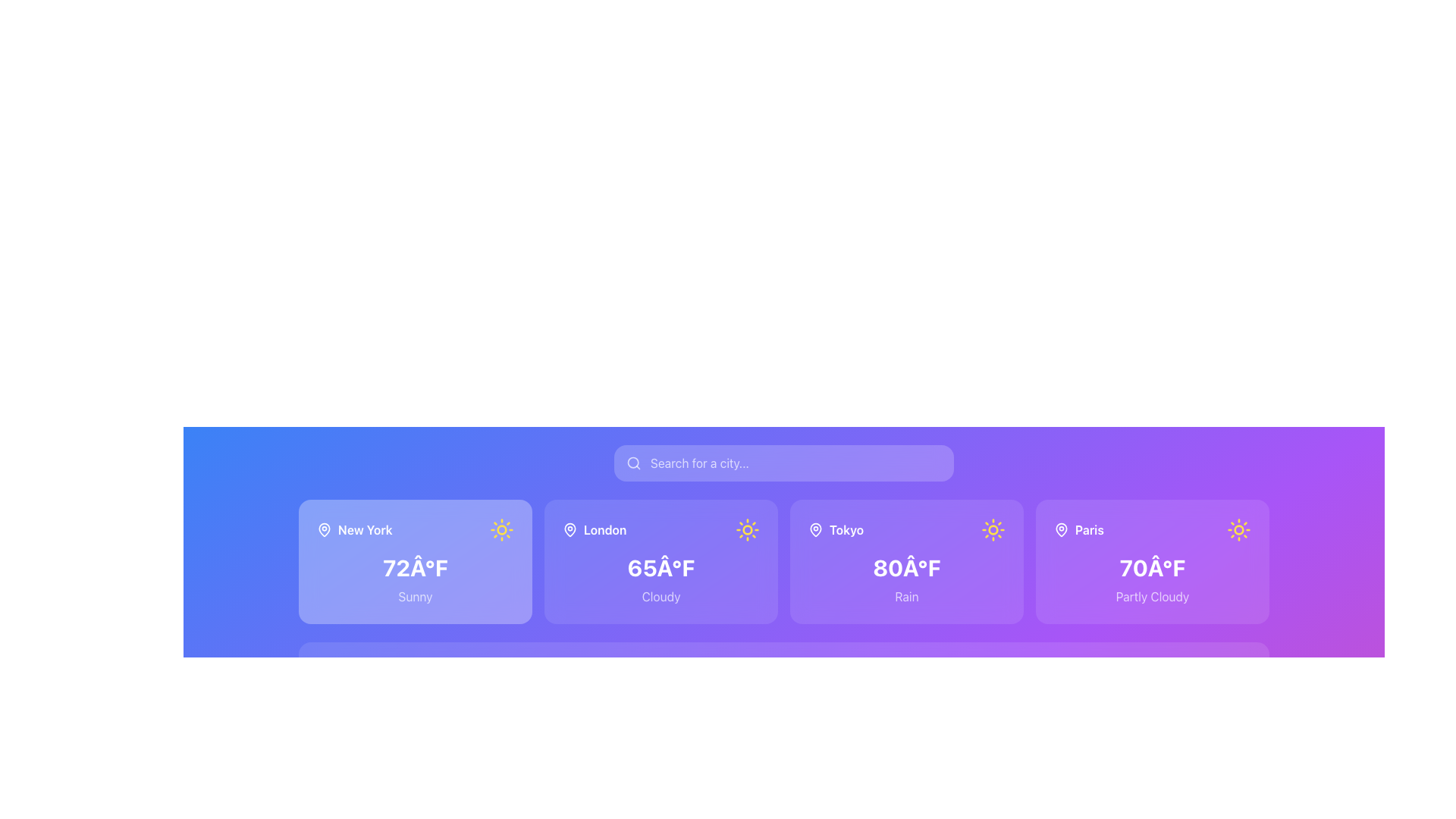  What do you see at coordinates (814, 529) in the screenshot?
I see `the icon representing Tokyo, which indicates the location for weather information within the city weather cards` at bounding box center [814, 529].